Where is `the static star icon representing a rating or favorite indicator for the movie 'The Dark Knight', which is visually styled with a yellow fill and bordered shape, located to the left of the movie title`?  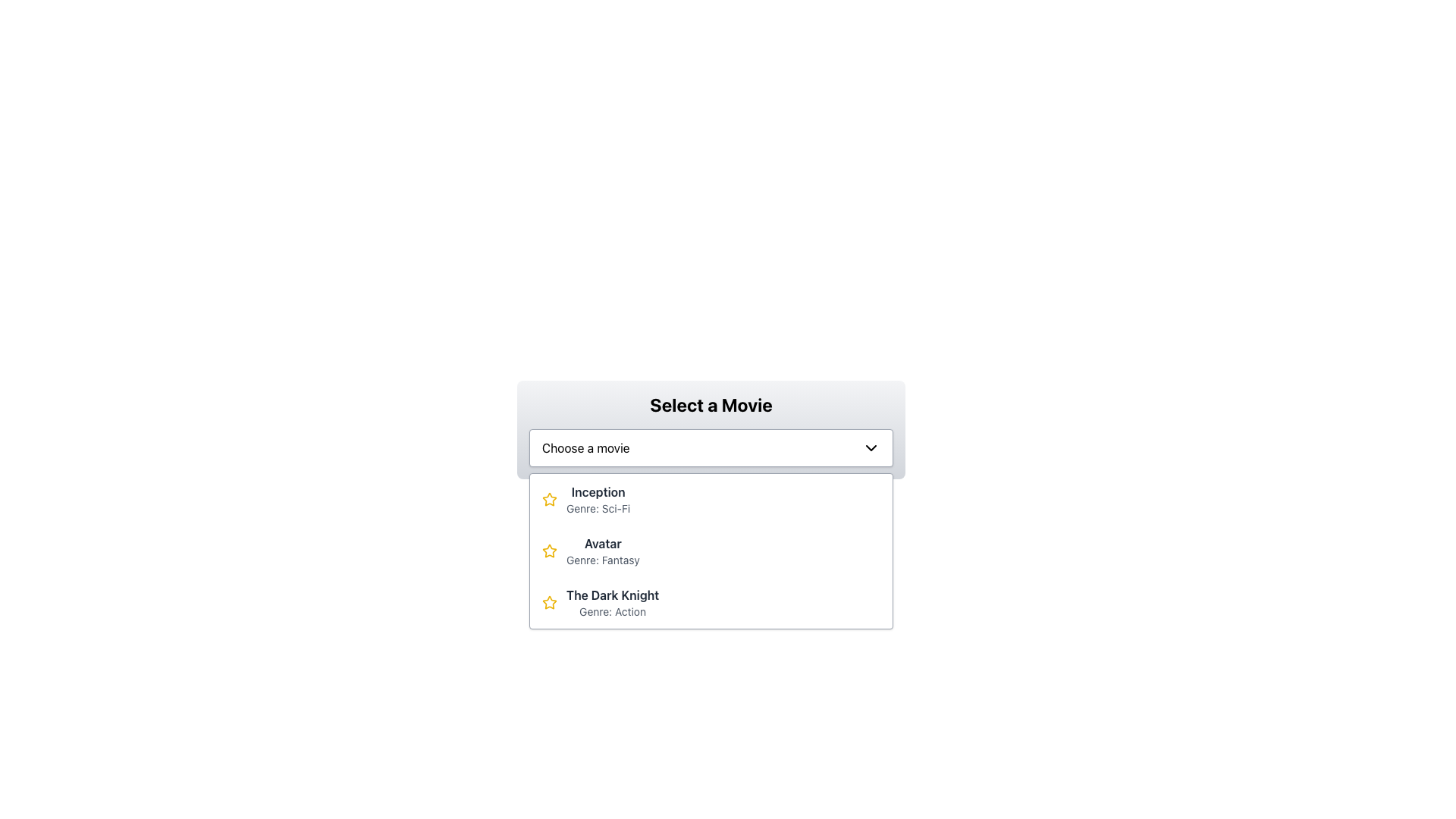
the static star icon representing a rating or favorite indicator for the movie 'The Dark Knight', which is visually styled with a yellow fill and bordered shape, located to the left of the movie title is located at coordinates (548, 601).